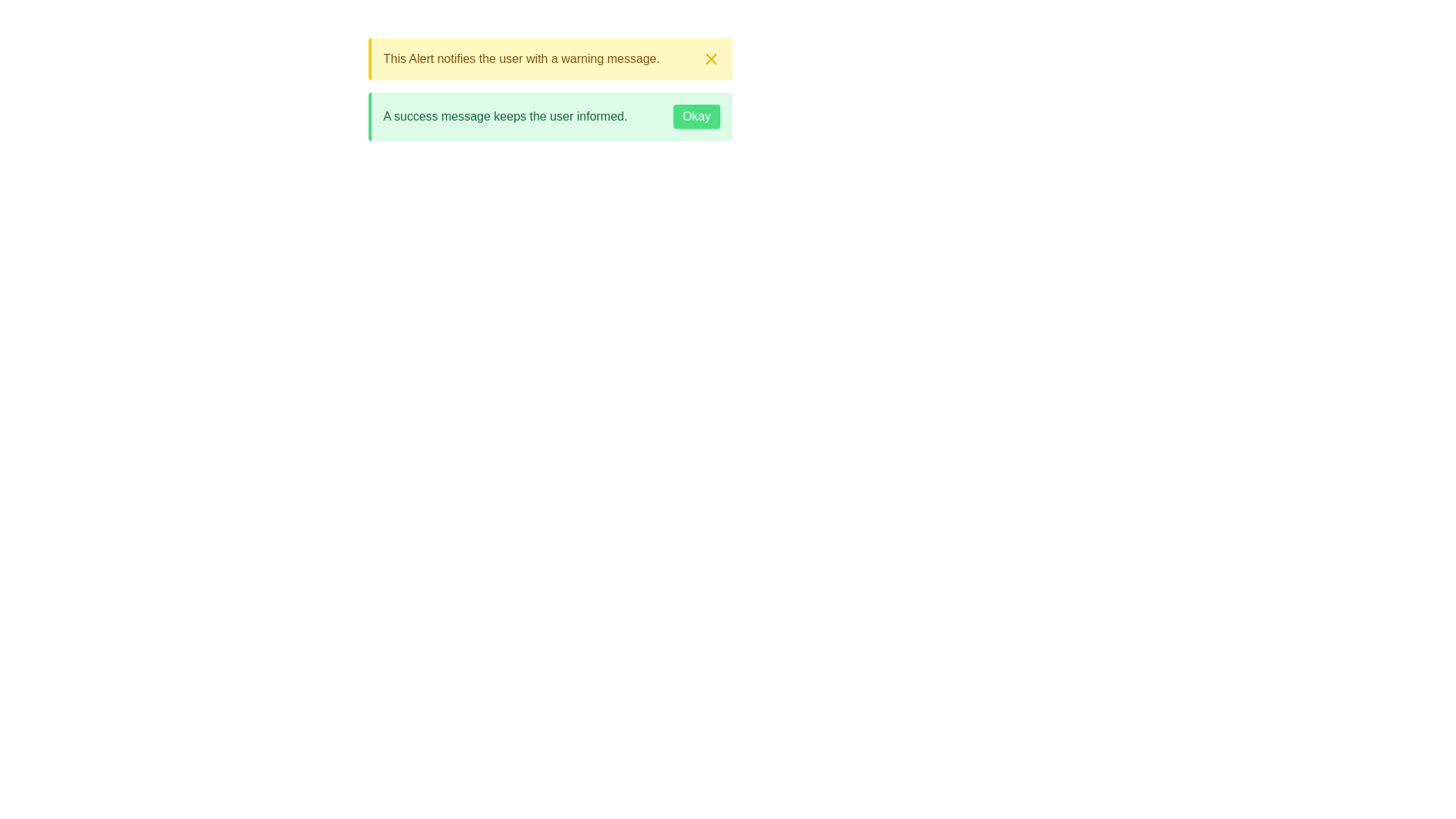 This screenshot has width=1456, height=819. I want to click on the close icon in the top-right corner of the yellow warning alert box, which is represented by an intersecting diagonal cross shape, so click(710, 58).